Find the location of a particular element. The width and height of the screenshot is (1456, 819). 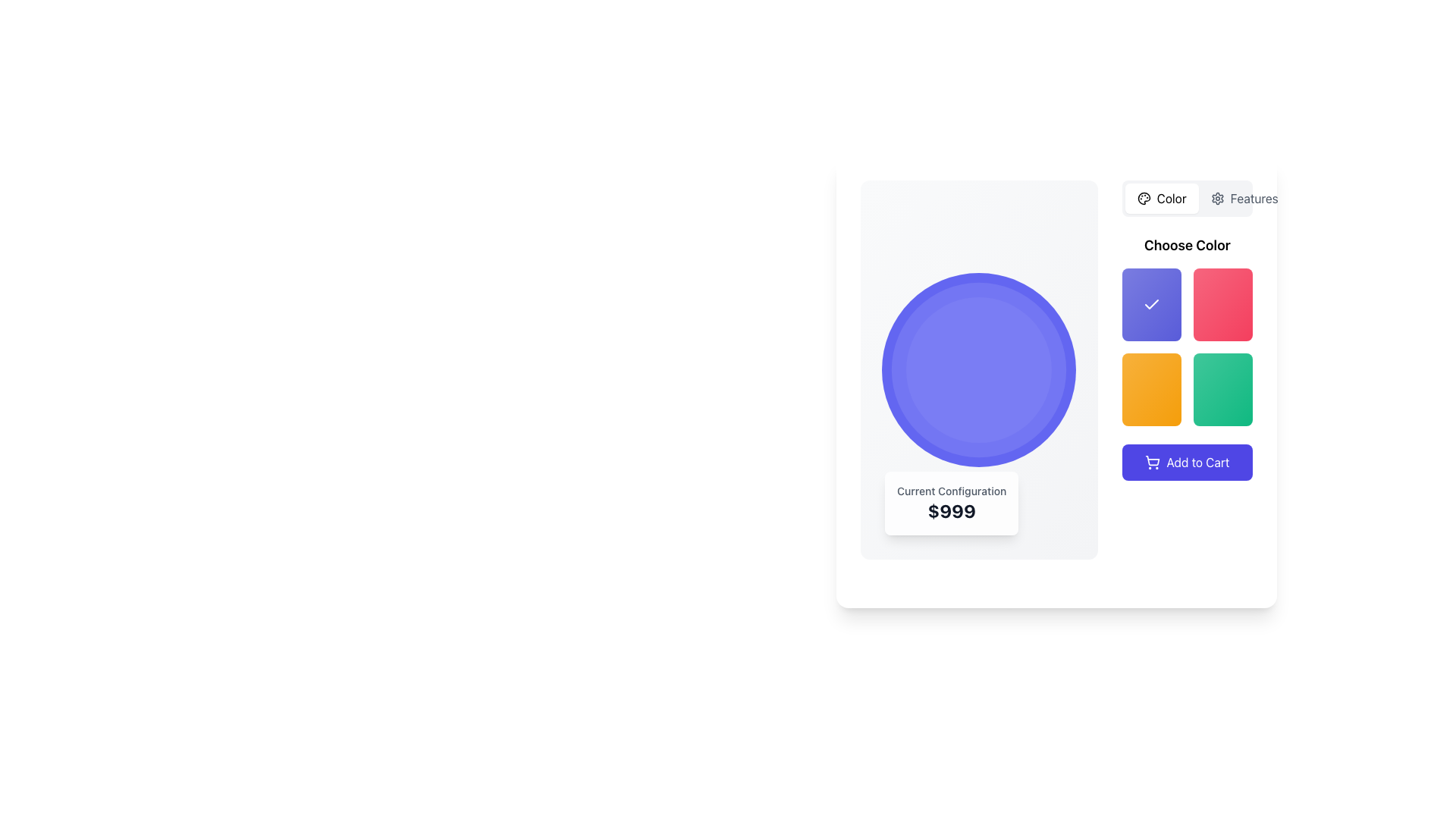

the text label that reads 'Color', which is styled in black on a white background and positioned to the right of a palette icon in the top right section of the interface is located at coordinates (1171, 198).